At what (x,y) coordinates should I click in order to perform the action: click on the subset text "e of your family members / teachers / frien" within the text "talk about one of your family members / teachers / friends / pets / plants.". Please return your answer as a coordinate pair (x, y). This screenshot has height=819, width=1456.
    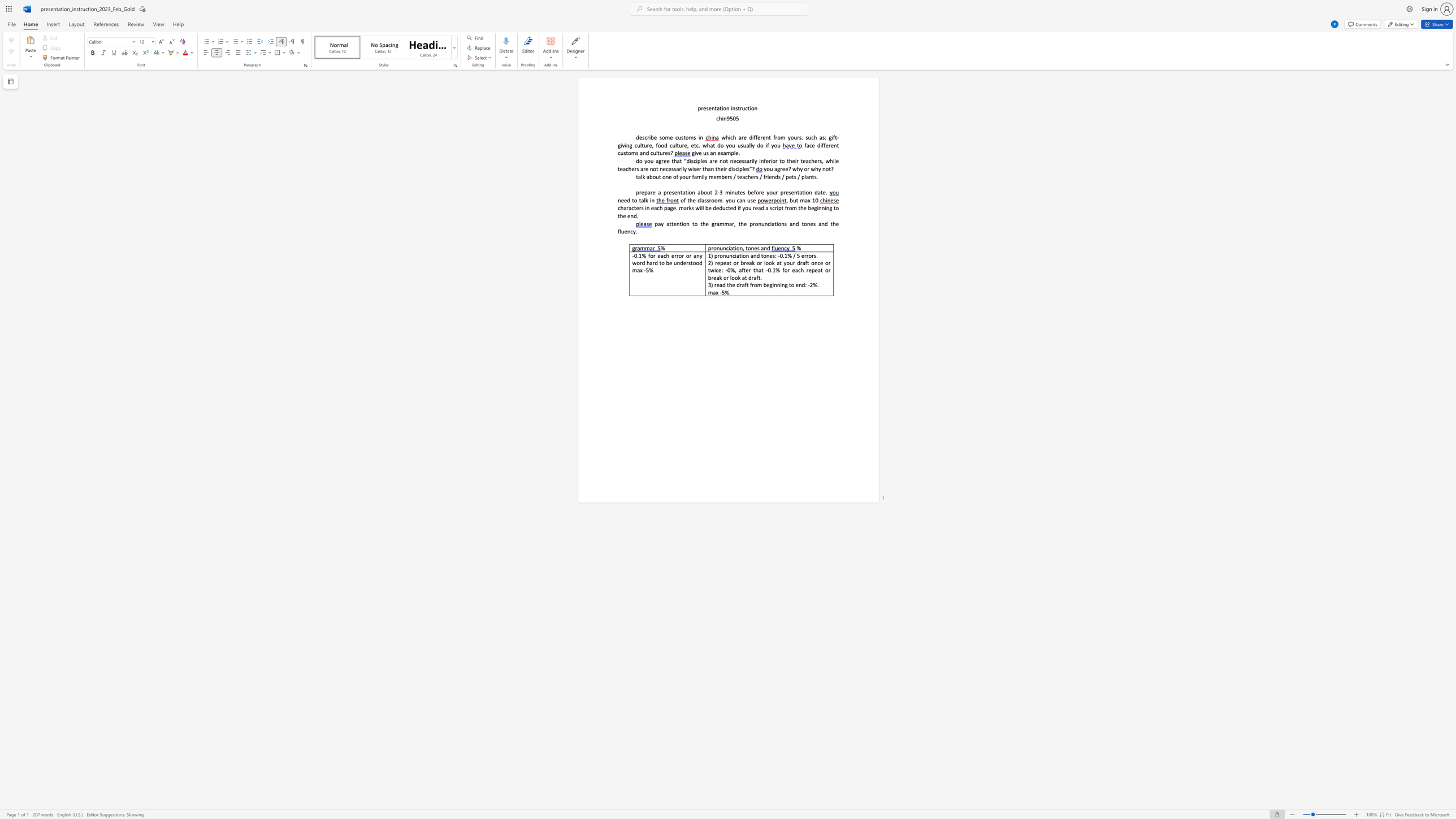
    Looking at the image, I should click on (669, 176).